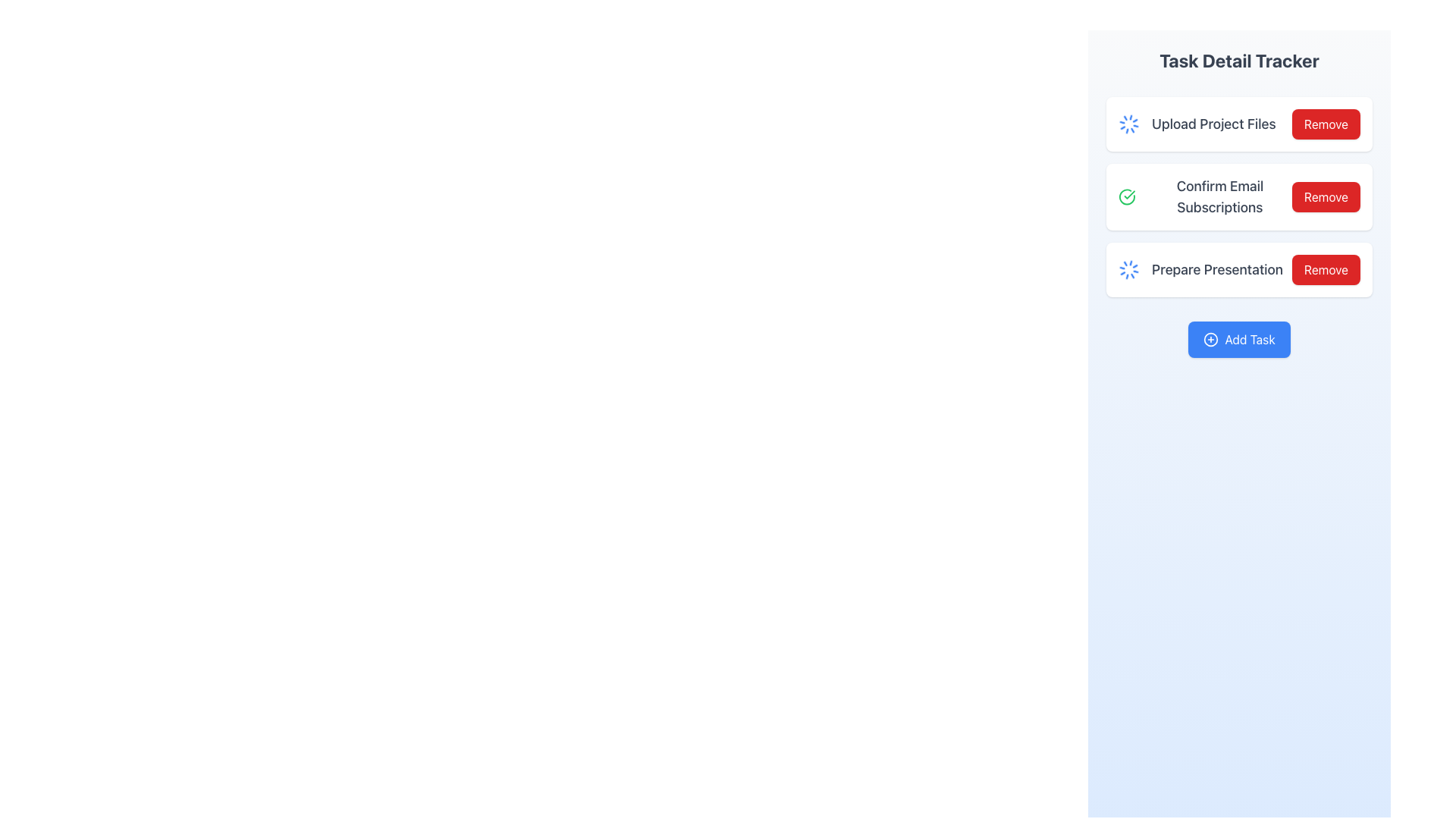 The image size is (1456, 819). Describe the element at coordinates (1239, 338) in the screenshot. I see `the 'Add Task' button with a blue background and white text` at that location.